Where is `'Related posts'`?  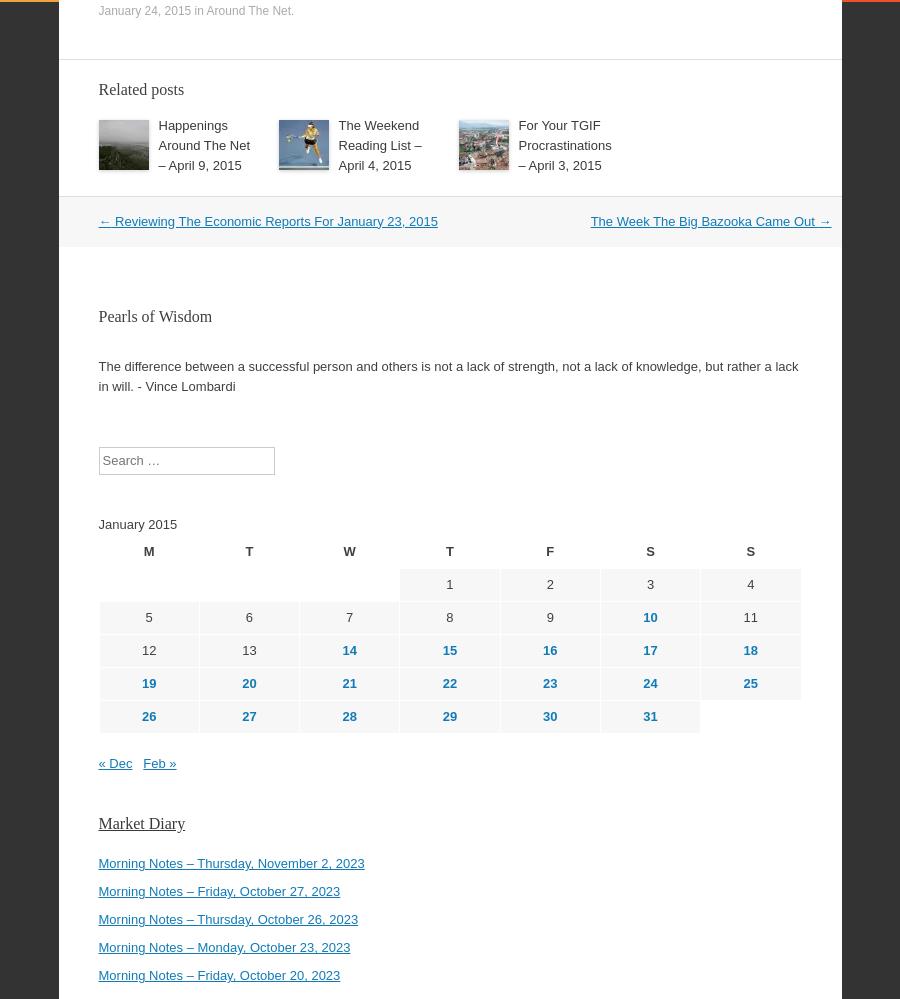
'Related posts' is located at coordinates (141, 33).